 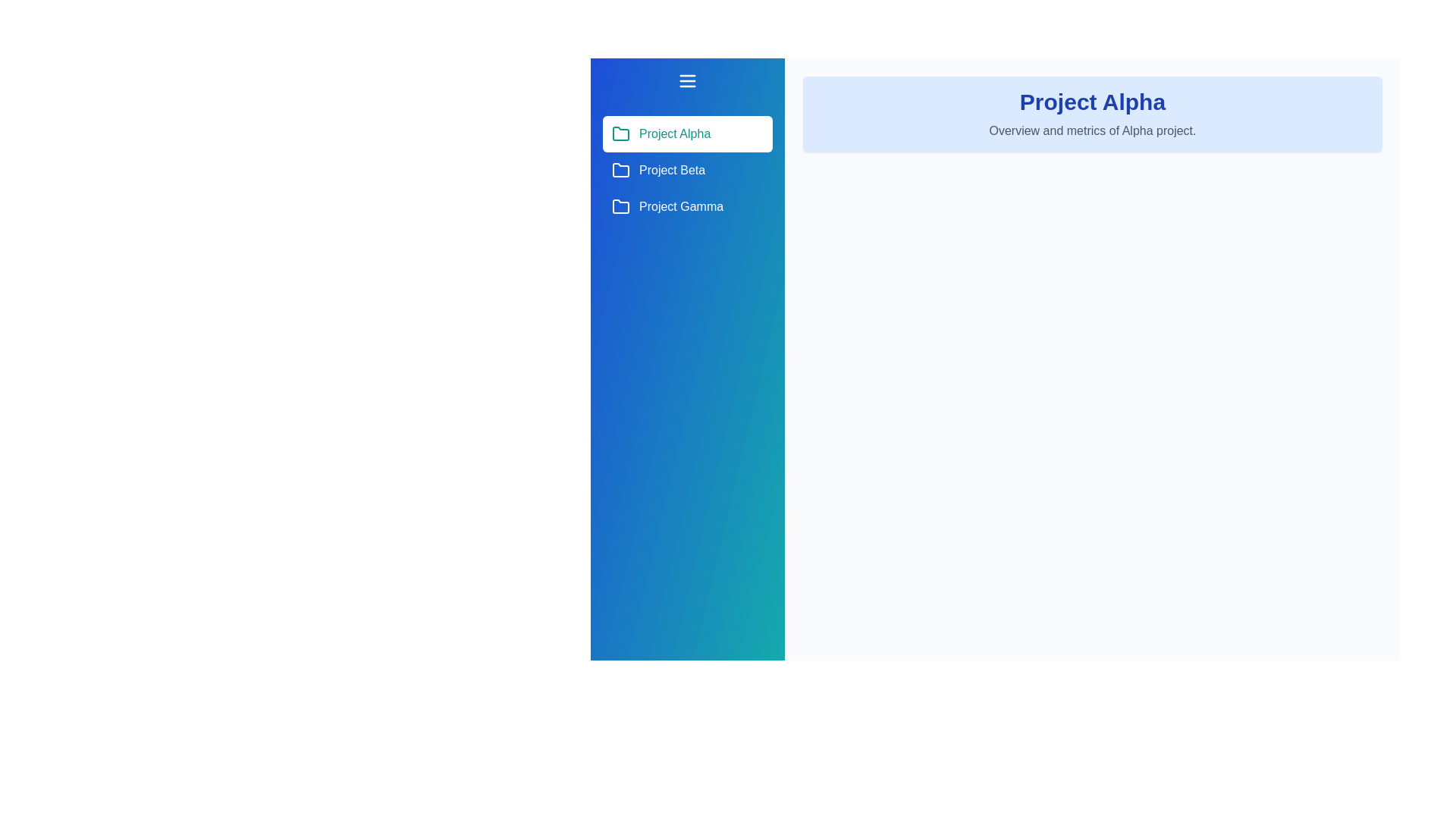 I want to click on the project name Project Alpha in the sidebar to select it, so click(x=687, y=133).